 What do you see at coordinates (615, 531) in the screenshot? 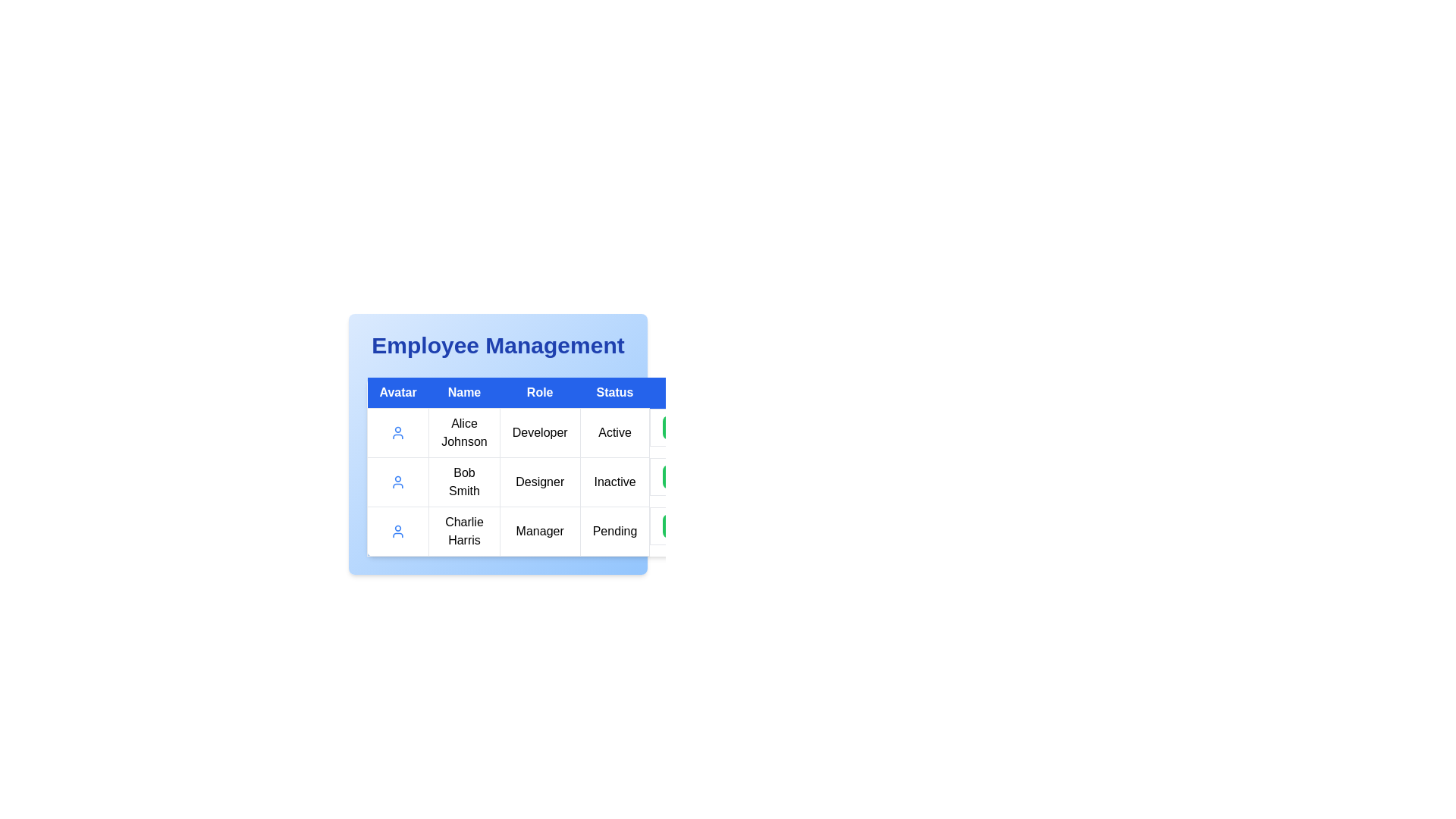
I see `the 'Pending' text label in the 'Status' column of the third row associated with 'Charlie Harris'` at bounding box center [615, 531].